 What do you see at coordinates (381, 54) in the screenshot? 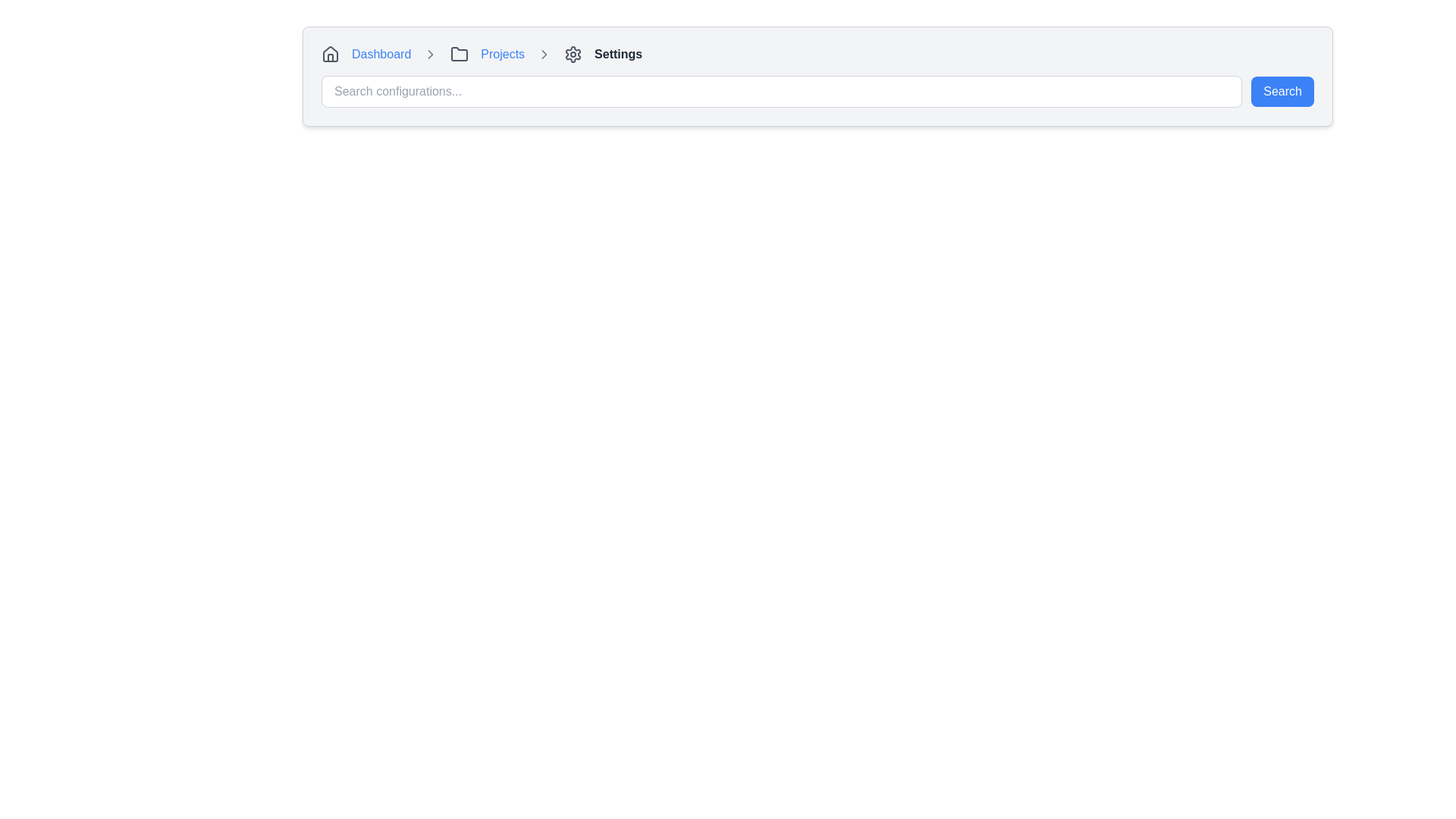
I see `the 'Dashboard' hyperlink in the navigation bar` at bounding box center [381, 54].